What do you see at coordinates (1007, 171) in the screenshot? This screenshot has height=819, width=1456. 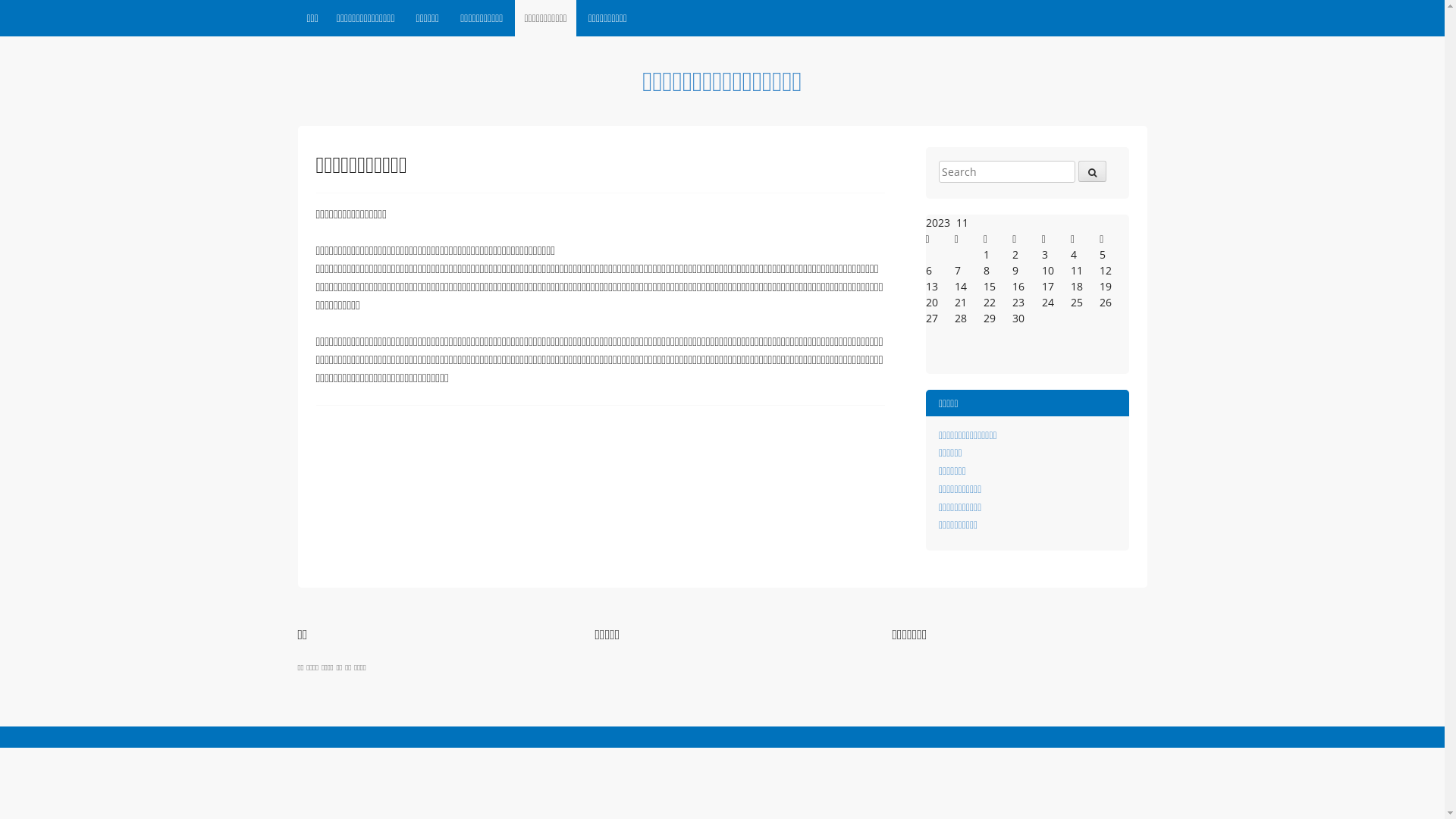 I see `'Search for:'` at bounding box center [1007, 171].